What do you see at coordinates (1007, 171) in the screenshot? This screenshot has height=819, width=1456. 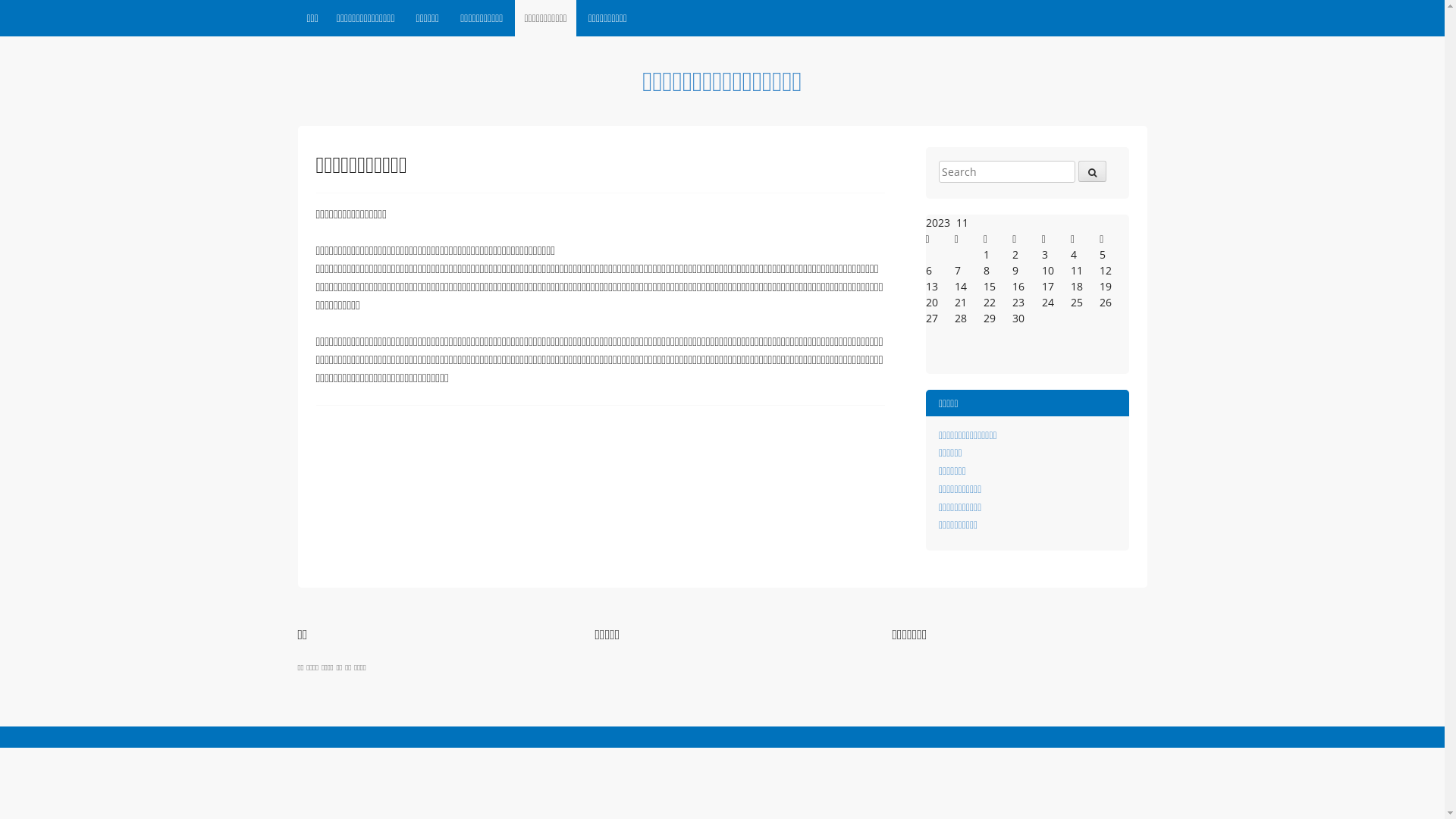 I see `'Search for:'` at bounding box center [1007, 171].